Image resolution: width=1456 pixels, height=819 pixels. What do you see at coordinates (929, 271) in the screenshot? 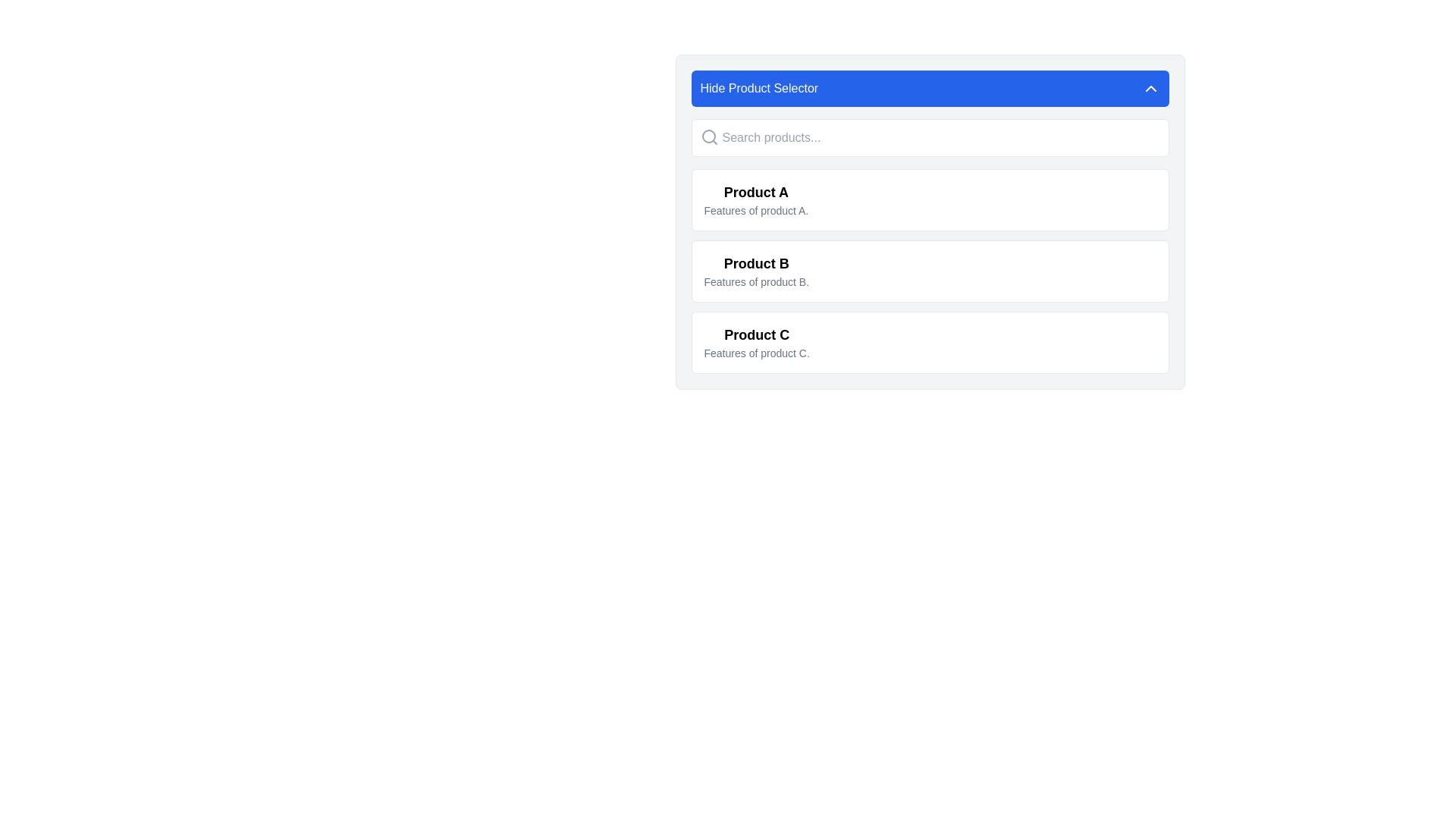
I see `the selectable list item conveying the name and features of 'Product B'` at bounding box center [929, 271].